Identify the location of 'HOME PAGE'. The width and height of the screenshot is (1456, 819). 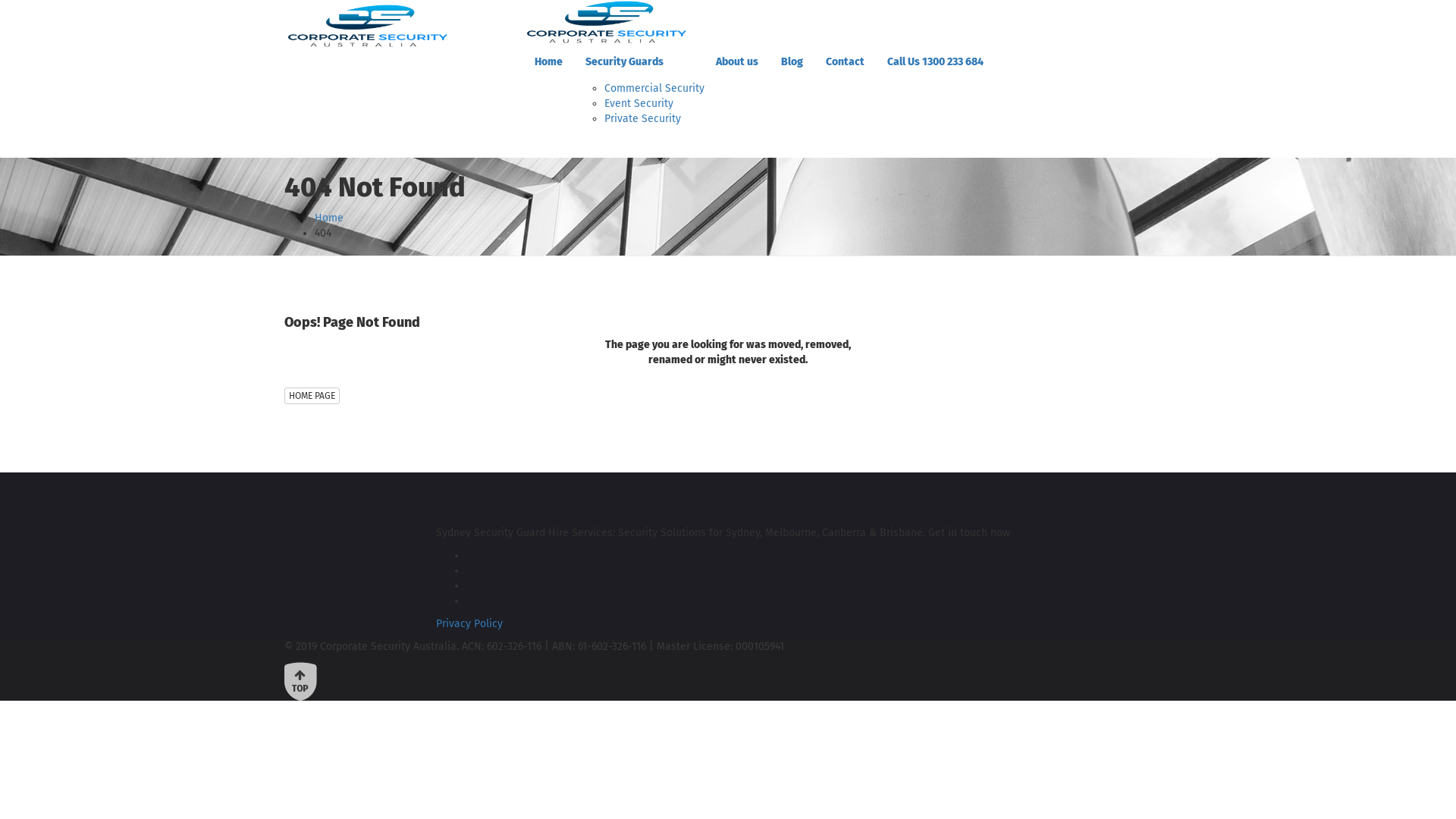
(311, 394).